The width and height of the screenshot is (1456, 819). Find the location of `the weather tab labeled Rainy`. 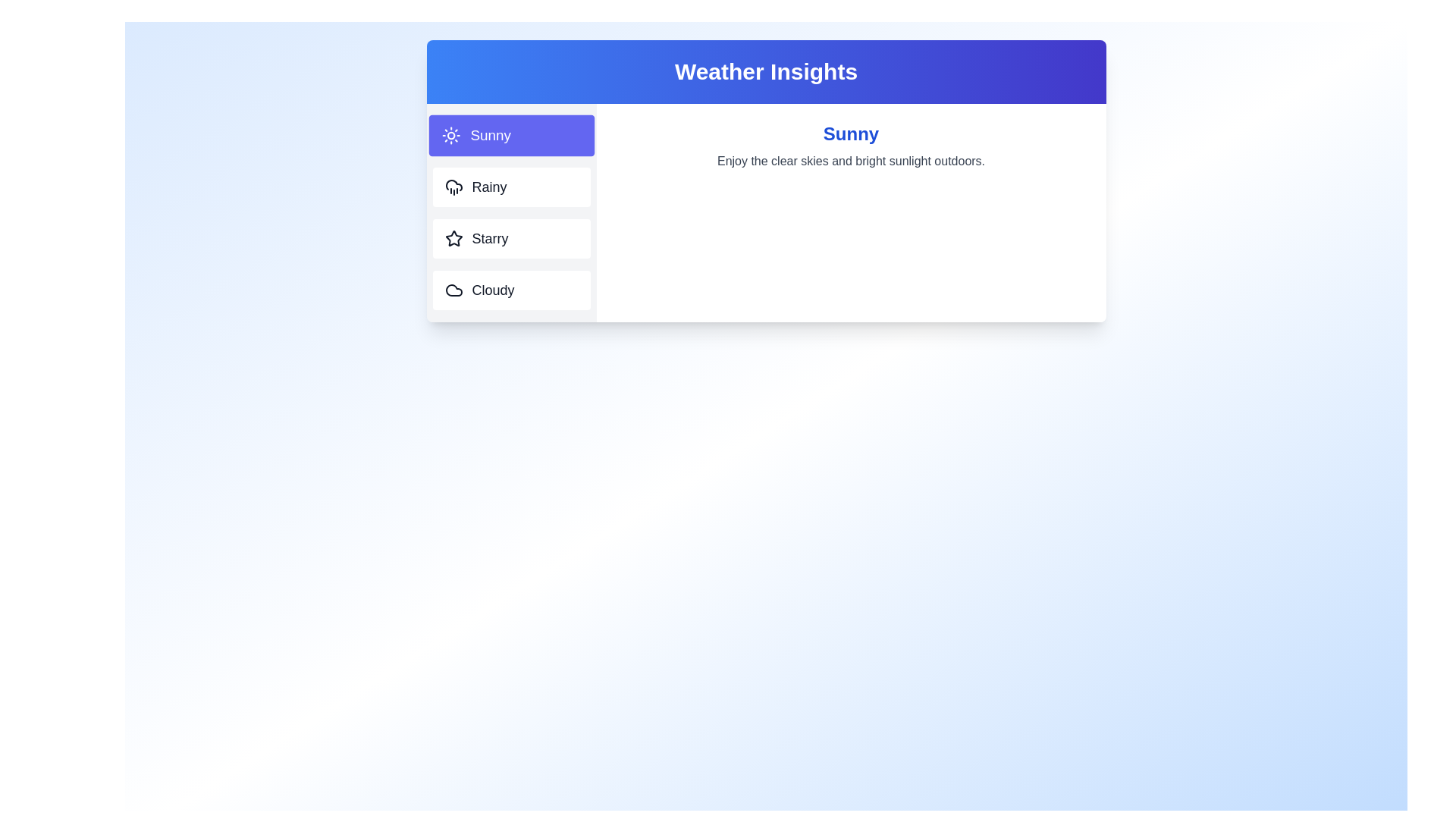

the weather tab labeled Rainy is located at coordinates (511, 186).